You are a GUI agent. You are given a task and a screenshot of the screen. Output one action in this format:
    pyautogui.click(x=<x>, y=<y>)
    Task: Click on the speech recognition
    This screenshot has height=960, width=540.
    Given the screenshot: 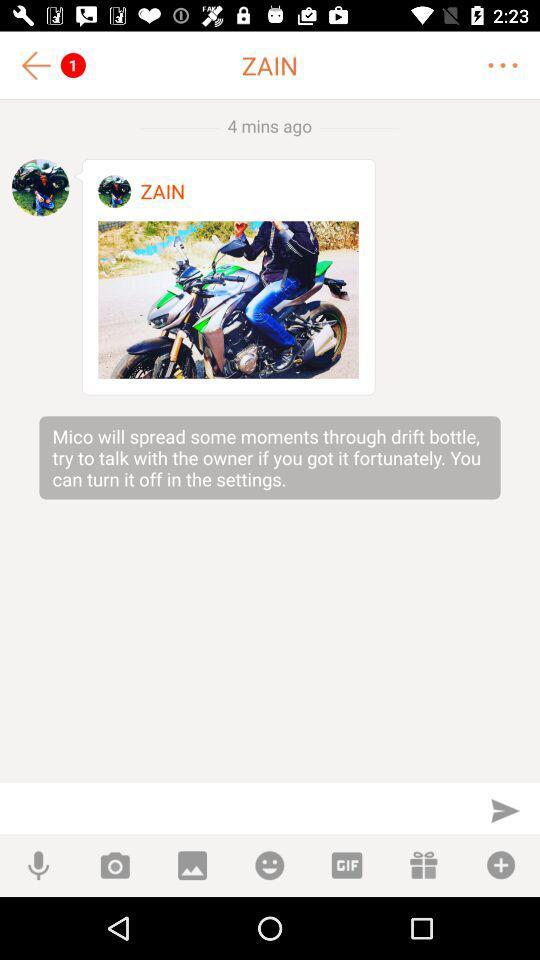 What is the action you would take?
    pyautogui.click(x=38, y=864)
    